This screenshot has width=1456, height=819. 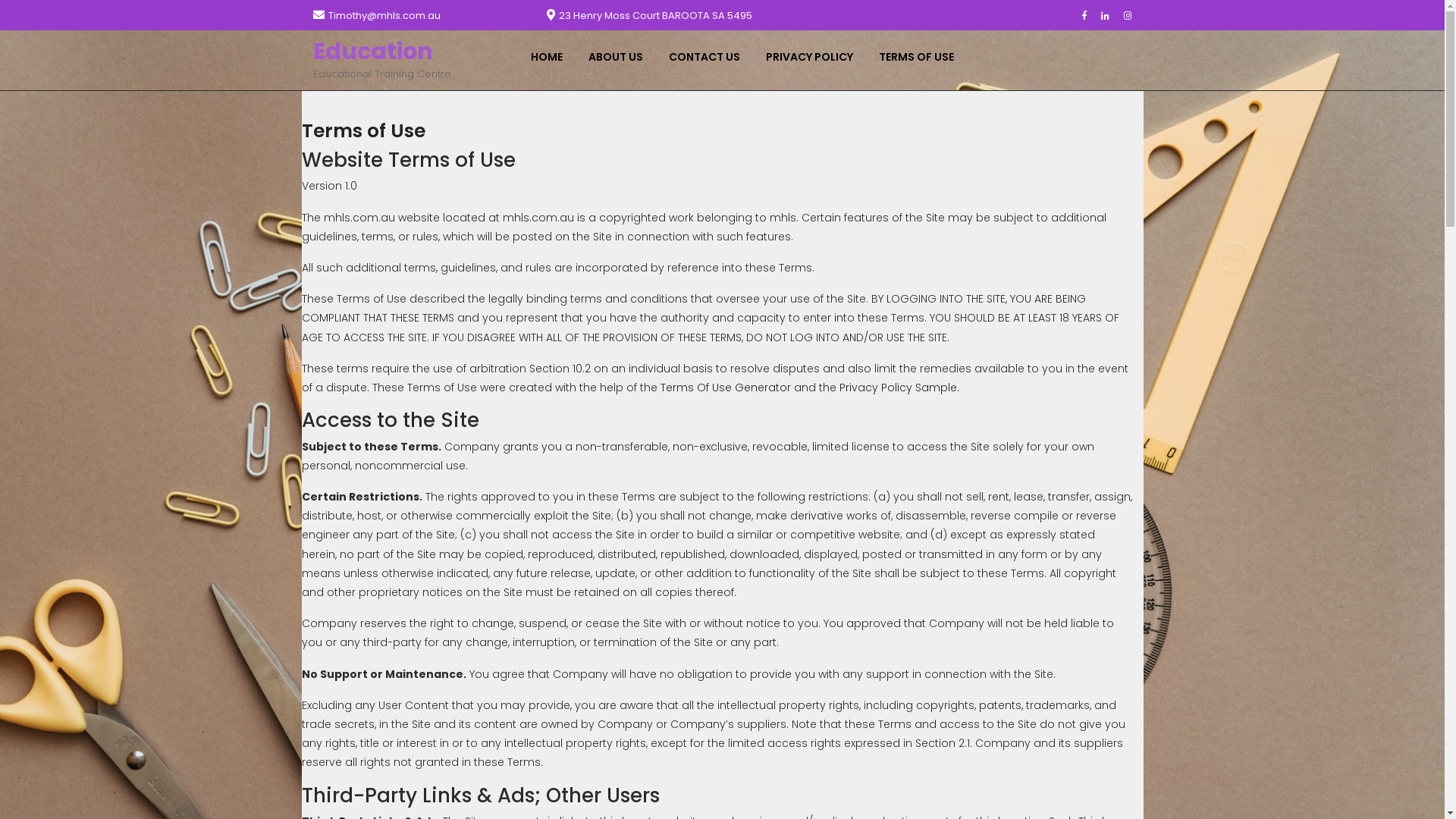 What do you see at coordinates (549, 56) in the screenshot?
I see `'HOME'` at bounding box center [549, 56].